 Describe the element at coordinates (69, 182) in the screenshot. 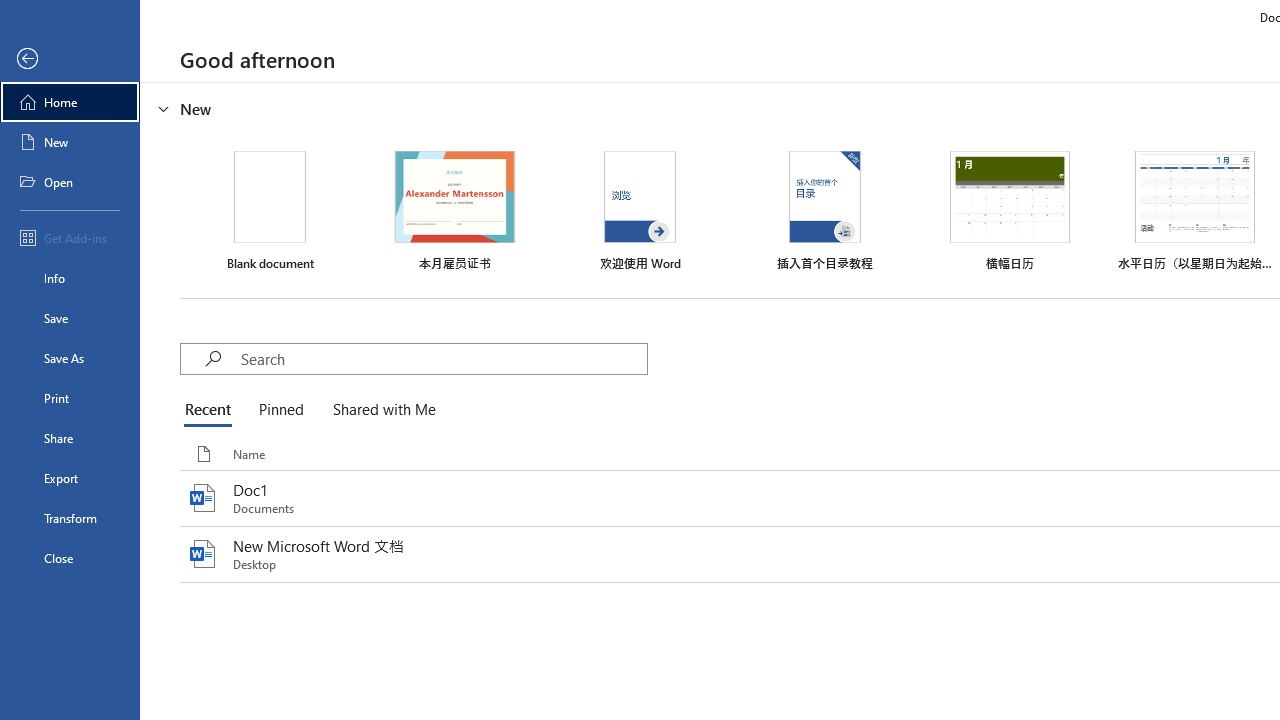

I see `'Open'` at that location.